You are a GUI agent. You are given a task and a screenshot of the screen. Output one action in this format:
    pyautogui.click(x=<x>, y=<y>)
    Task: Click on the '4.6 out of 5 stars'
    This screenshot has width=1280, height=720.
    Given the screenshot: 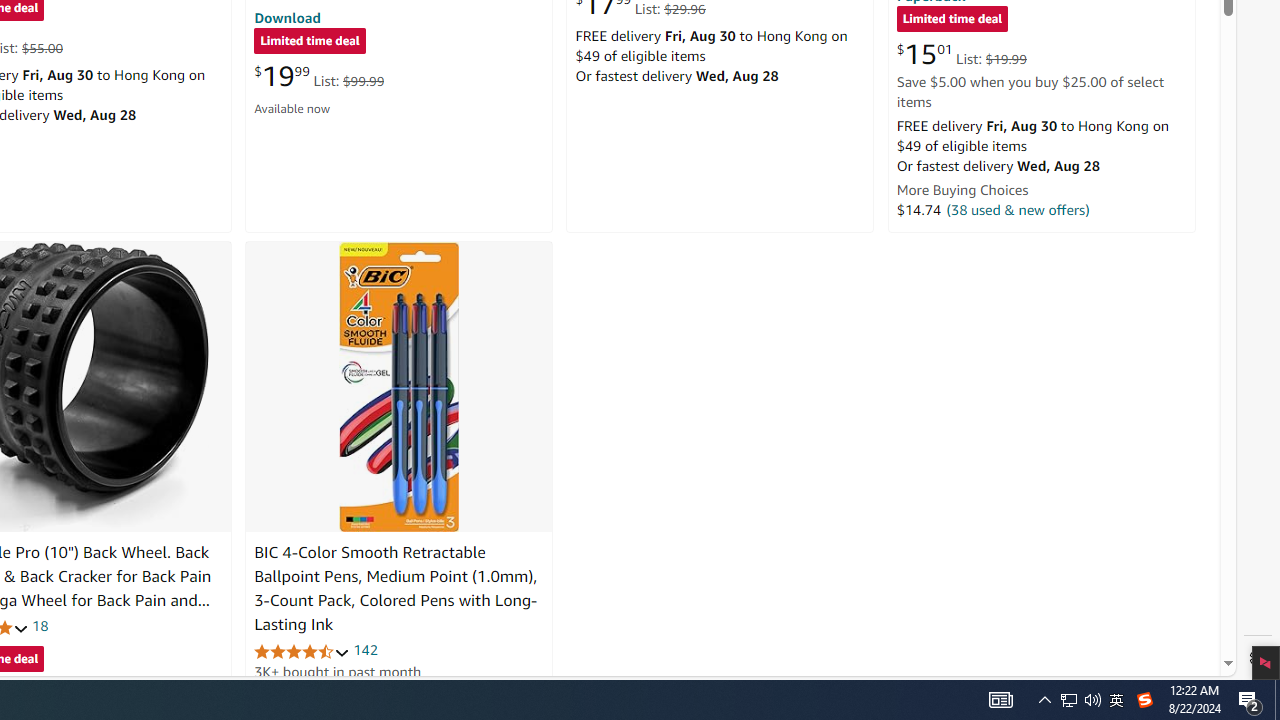 What is the action you would take?
    pyautogui.click(x=301, y=651)
    